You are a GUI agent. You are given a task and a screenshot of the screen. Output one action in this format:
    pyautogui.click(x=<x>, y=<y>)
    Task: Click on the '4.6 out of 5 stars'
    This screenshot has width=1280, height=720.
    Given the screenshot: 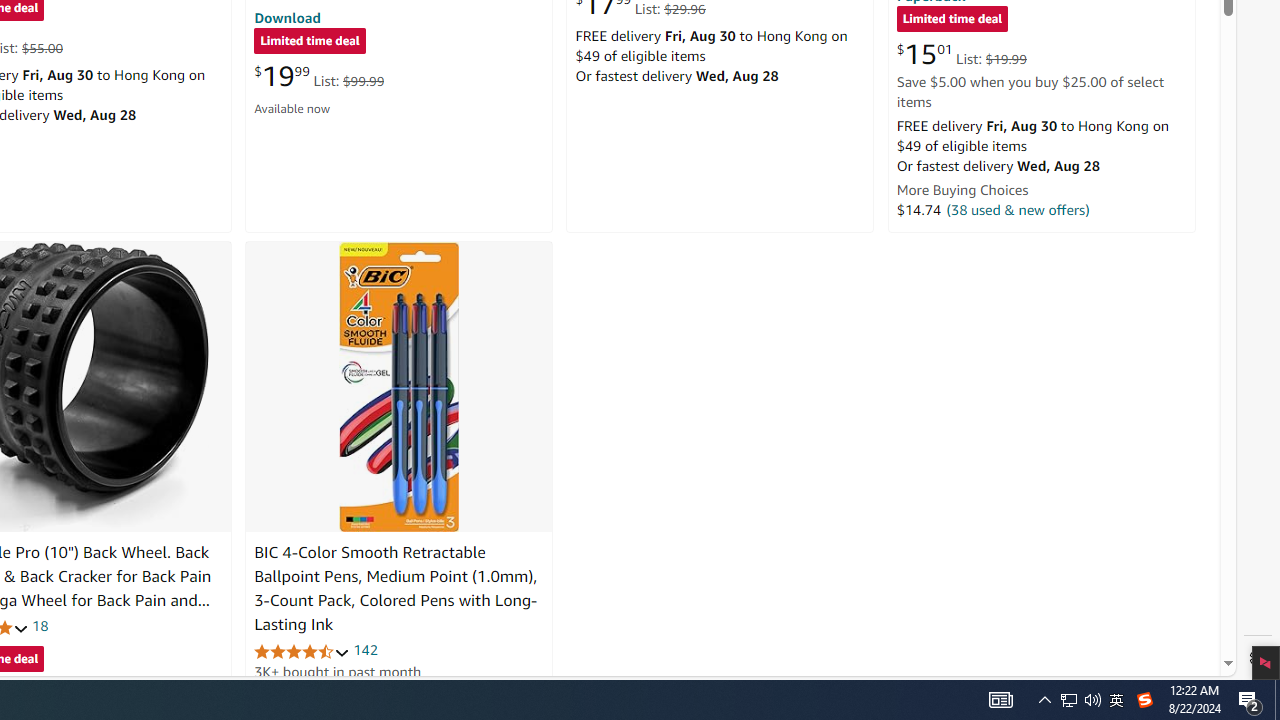 What is the action you would take?
    pyautogui.click(x=301, y=651)
    